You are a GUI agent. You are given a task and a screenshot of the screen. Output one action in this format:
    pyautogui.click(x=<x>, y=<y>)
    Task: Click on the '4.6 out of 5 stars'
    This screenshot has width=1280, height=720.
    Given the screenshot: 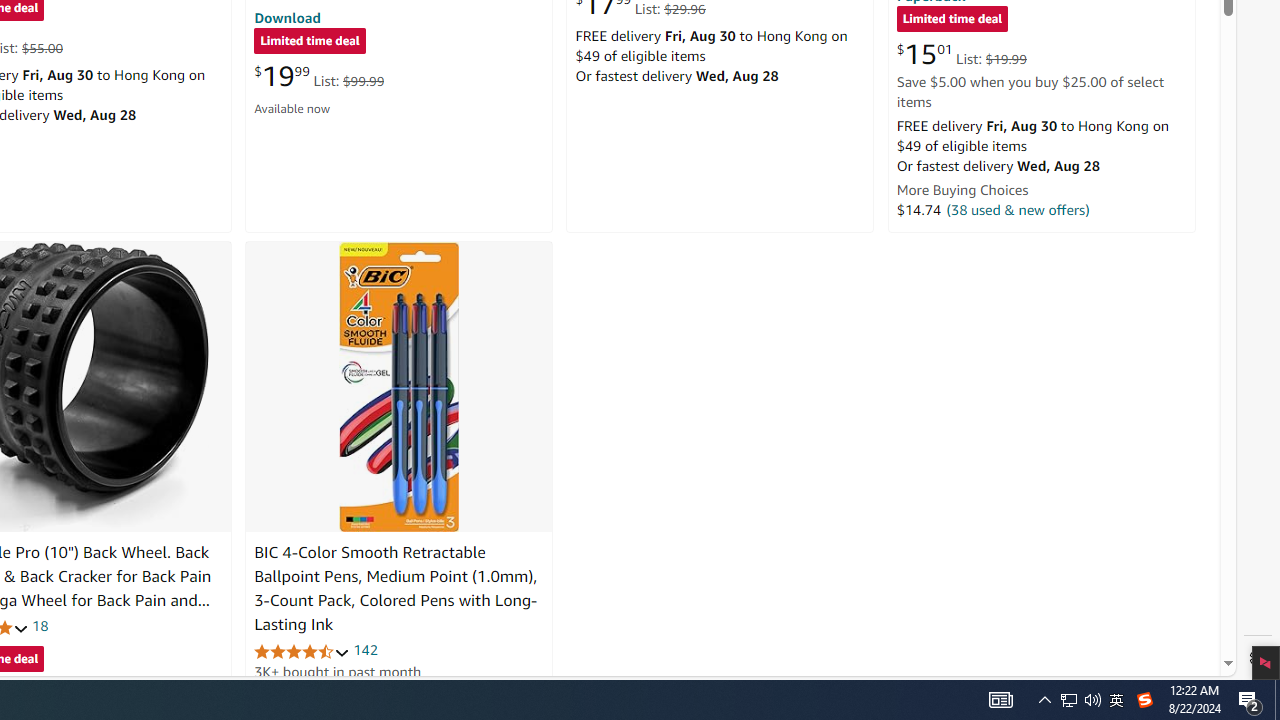 What is the action you would take?
    pyautogui.click(x=301, y=651)
    